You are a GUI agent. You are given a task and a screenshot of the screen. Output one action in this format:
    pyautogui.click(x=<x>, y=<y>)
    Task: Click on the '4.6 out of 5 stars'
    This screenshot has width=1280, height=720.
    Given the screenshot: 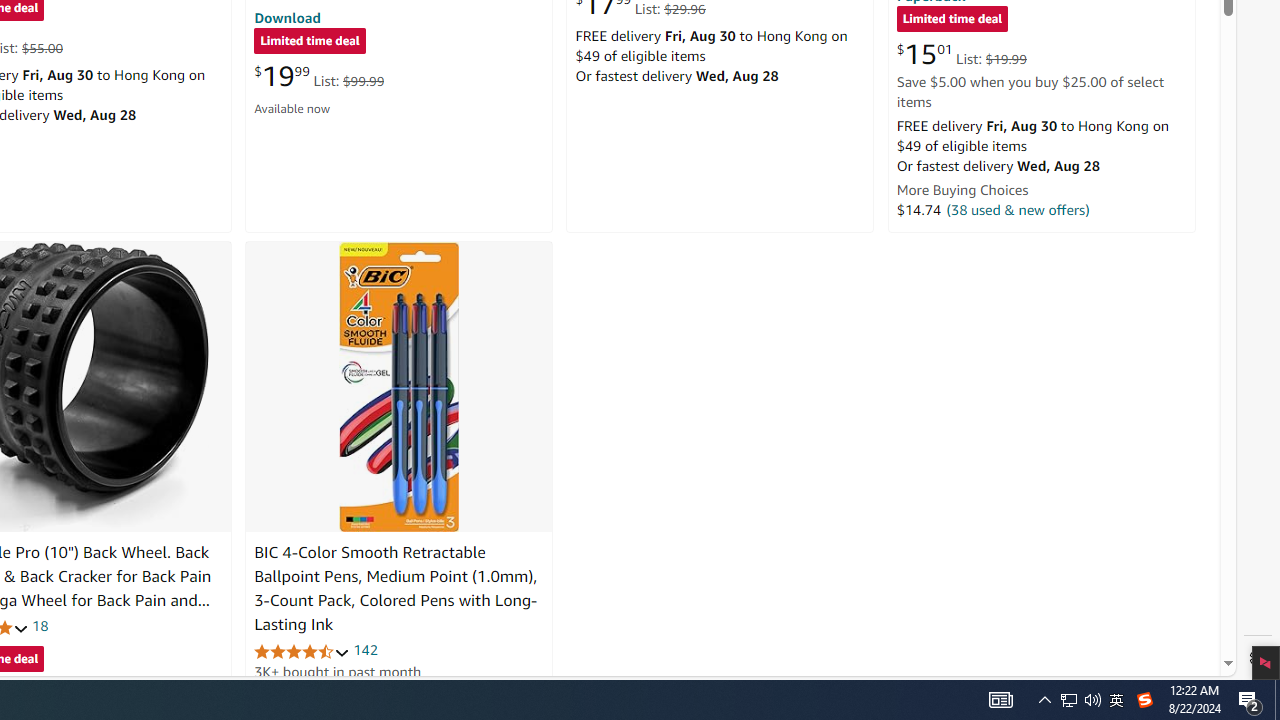 What is the action you would take?
    pyautogui.click(x=301, y=651)
    